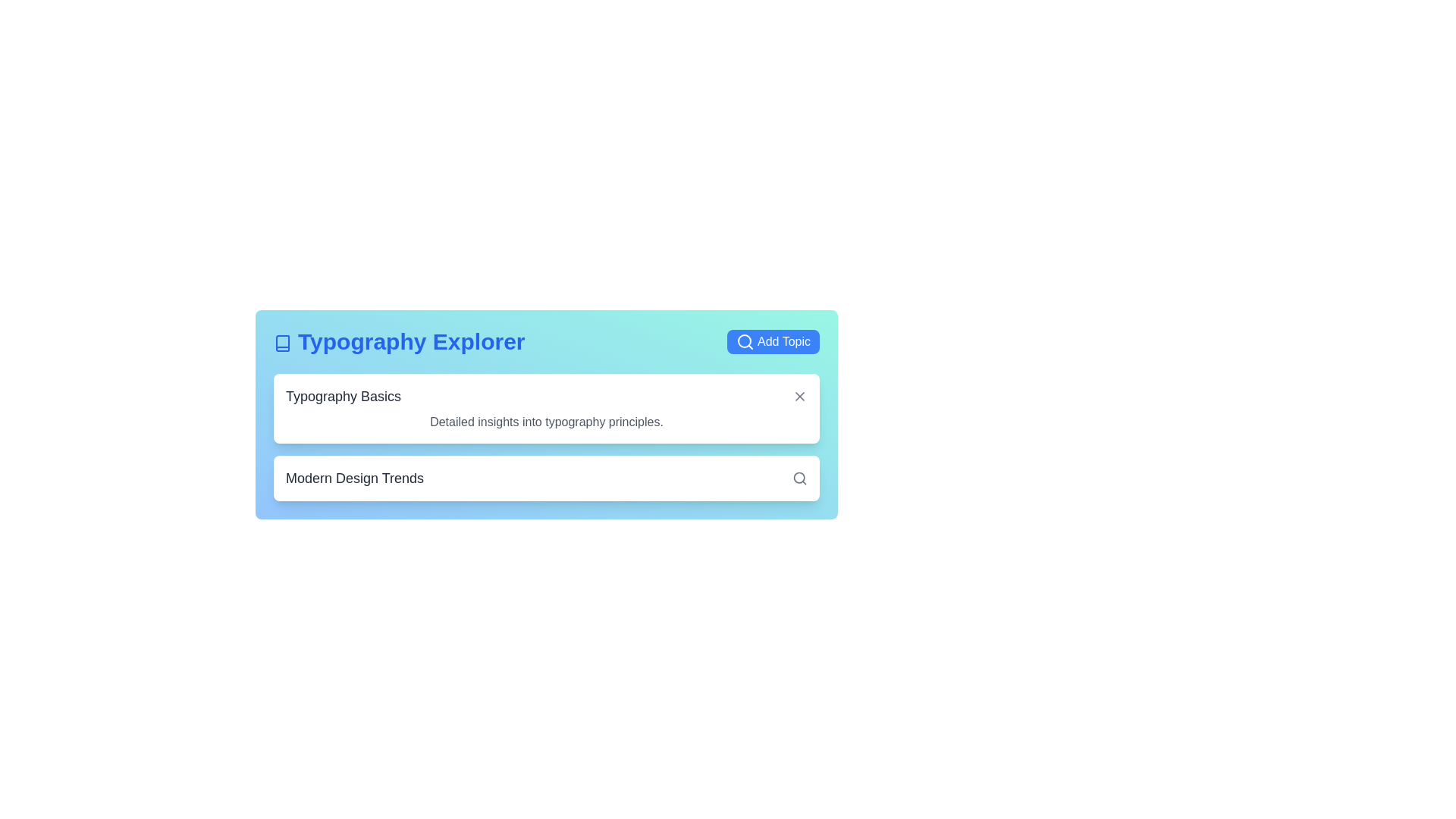  I want to click on the text label located at the bottom center of the card under the heading 'Typography Explorer', which is positioned directly below the 'Typography Basics' section, so click(354, 479).